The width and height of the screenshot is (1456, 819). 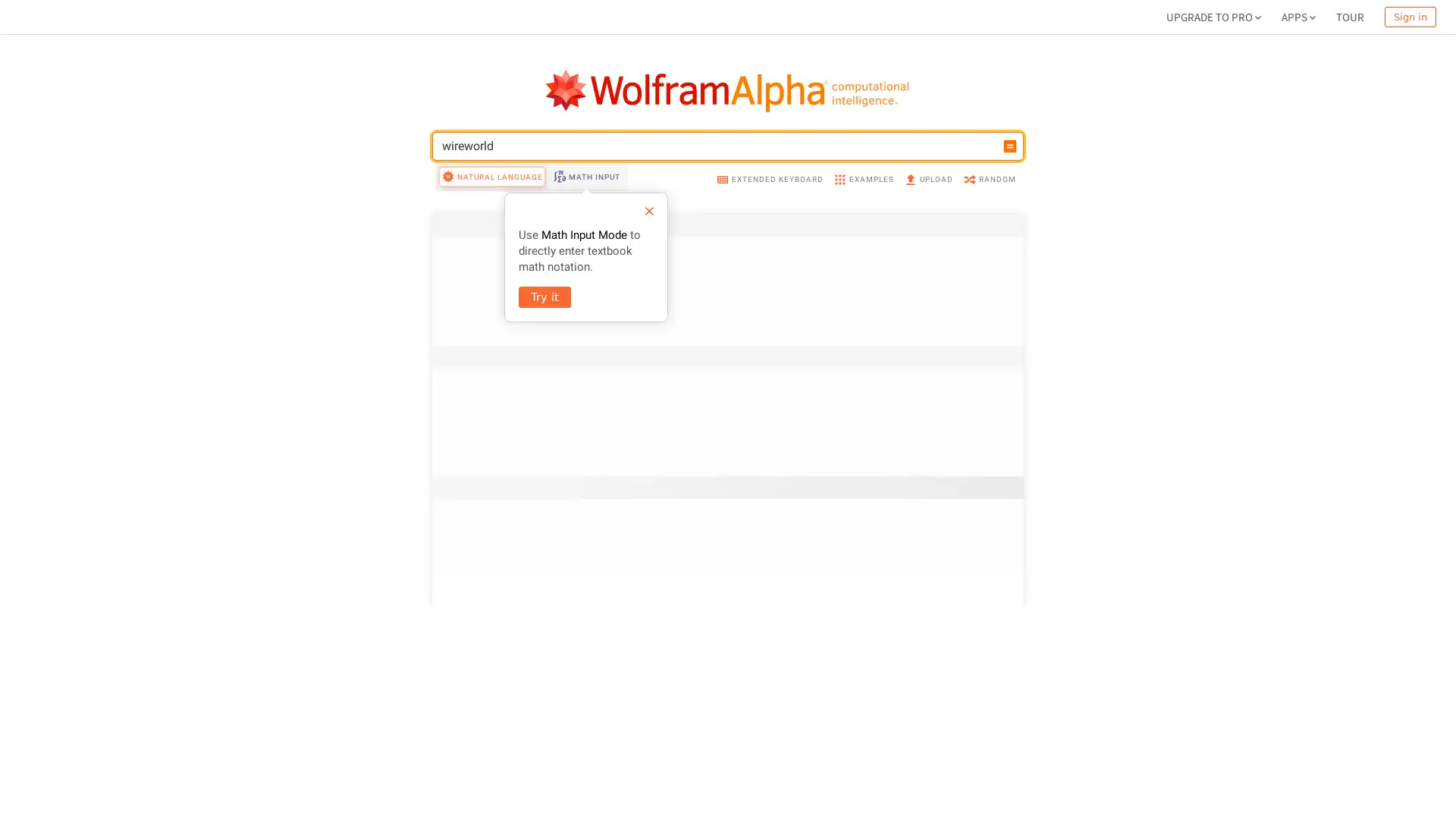 I want to click on More details, so click(x=975, y=402).